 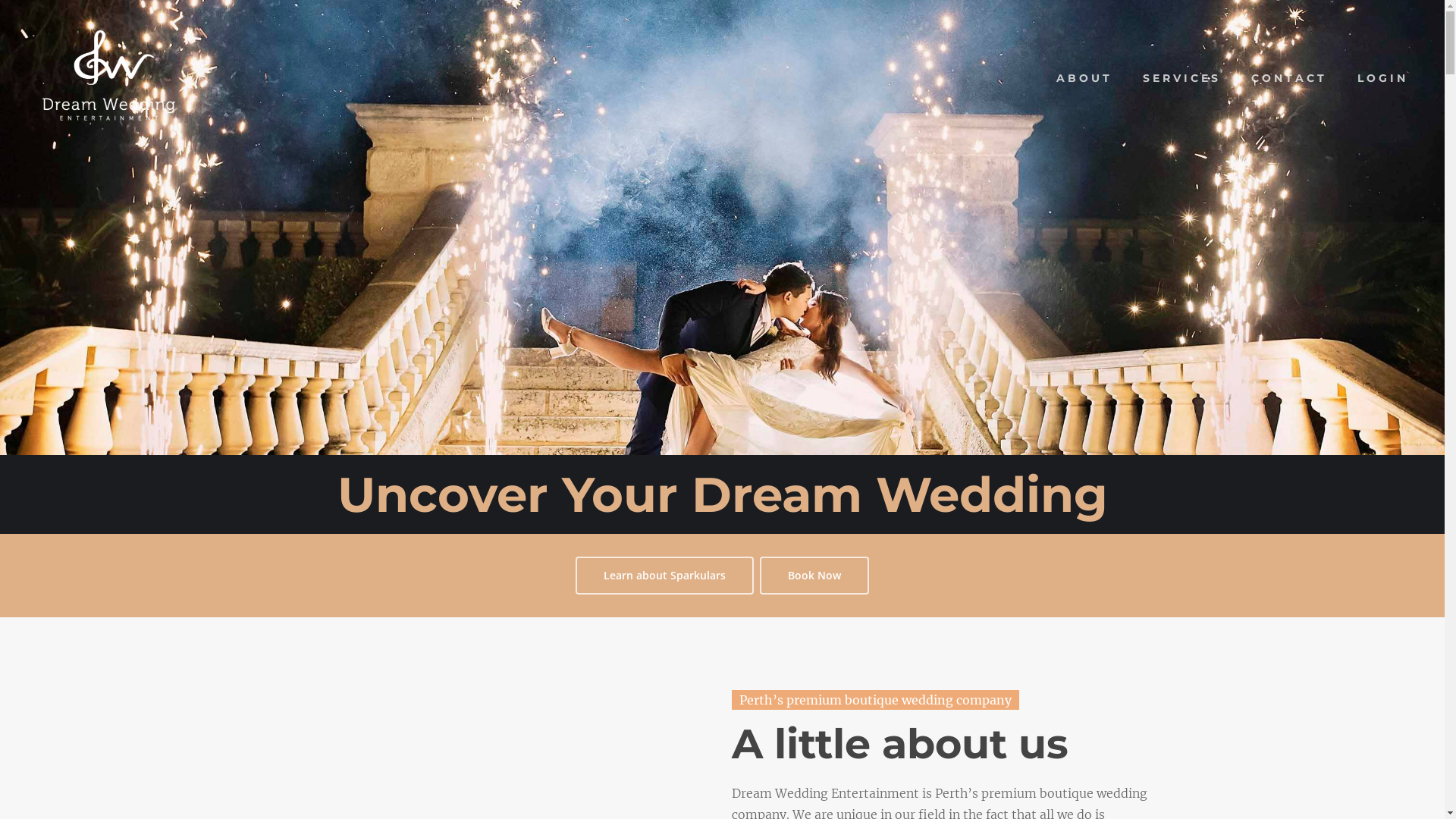 What do you see at coordinates (1181, 78) in the screenshot?
I see `'SERVICES'` at bounding box center [1181, 78].